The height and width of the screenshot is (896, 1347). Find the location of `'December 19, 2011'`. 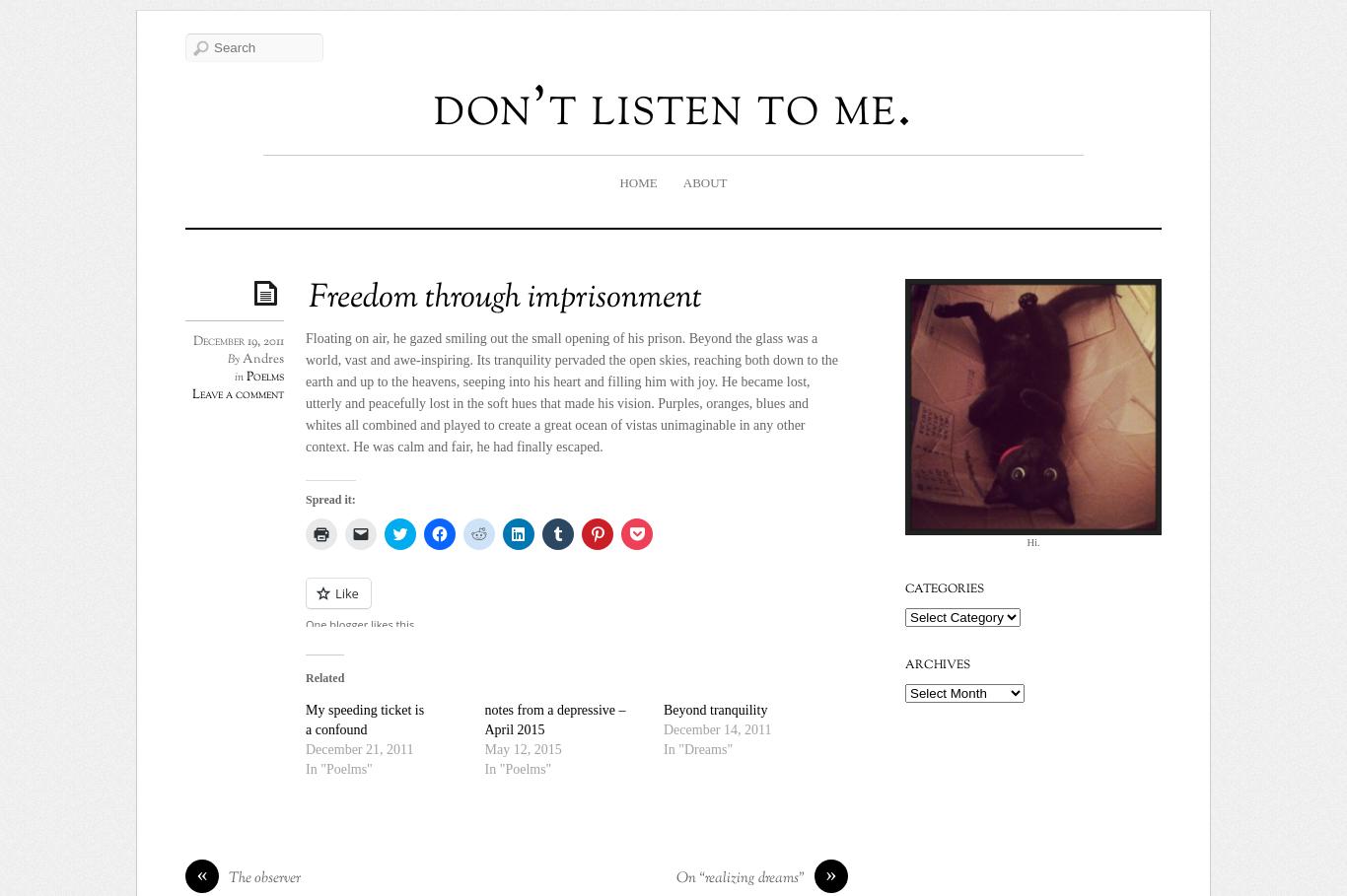

'December 19, 2011' is located at coordinates (192, 341).